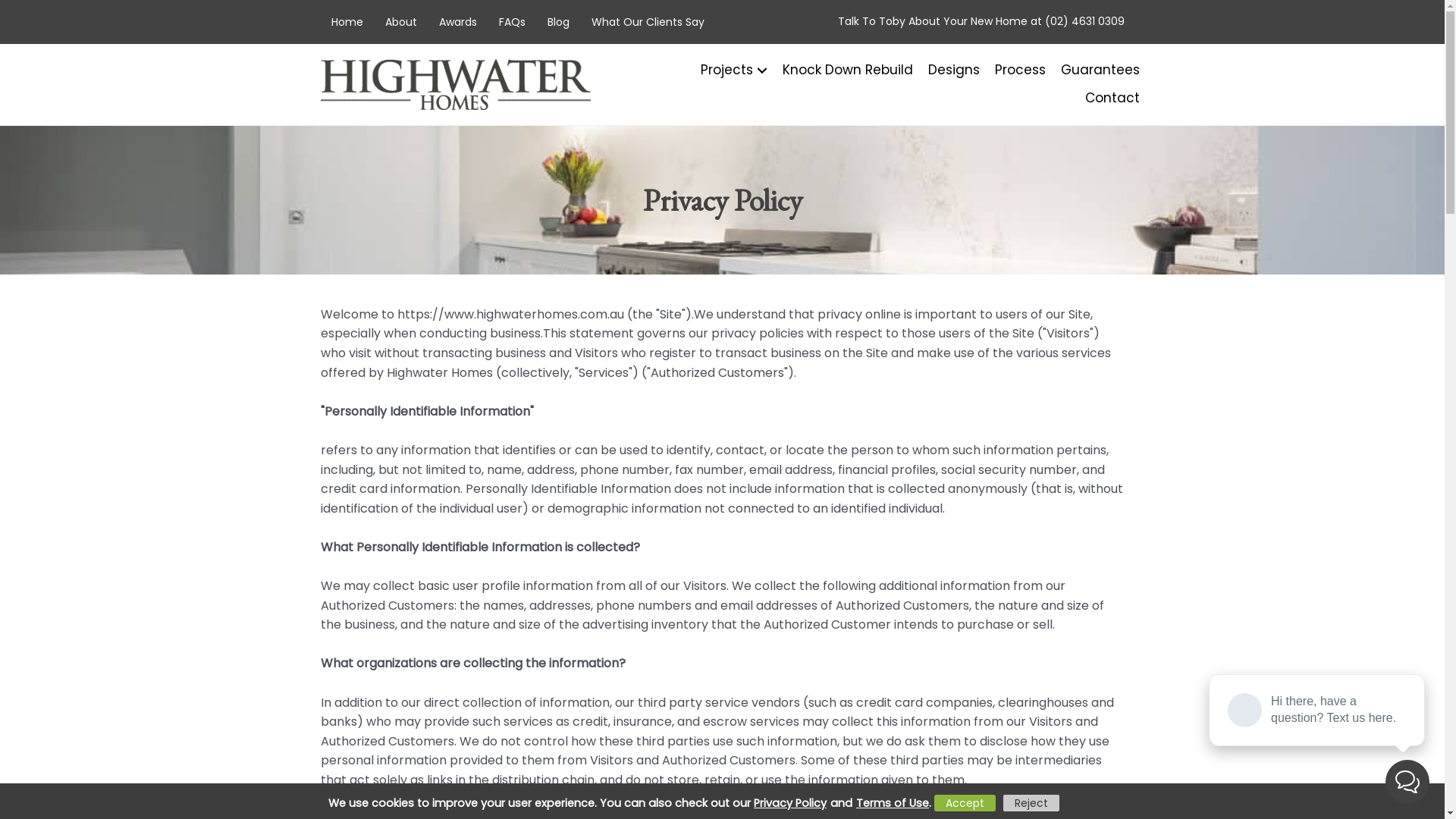 This screenshot has width=1456, height=819. What do you see at coordinates (1012, 70) in the screenshot?
I see `'Process'` at bounding box center [1012, 70].